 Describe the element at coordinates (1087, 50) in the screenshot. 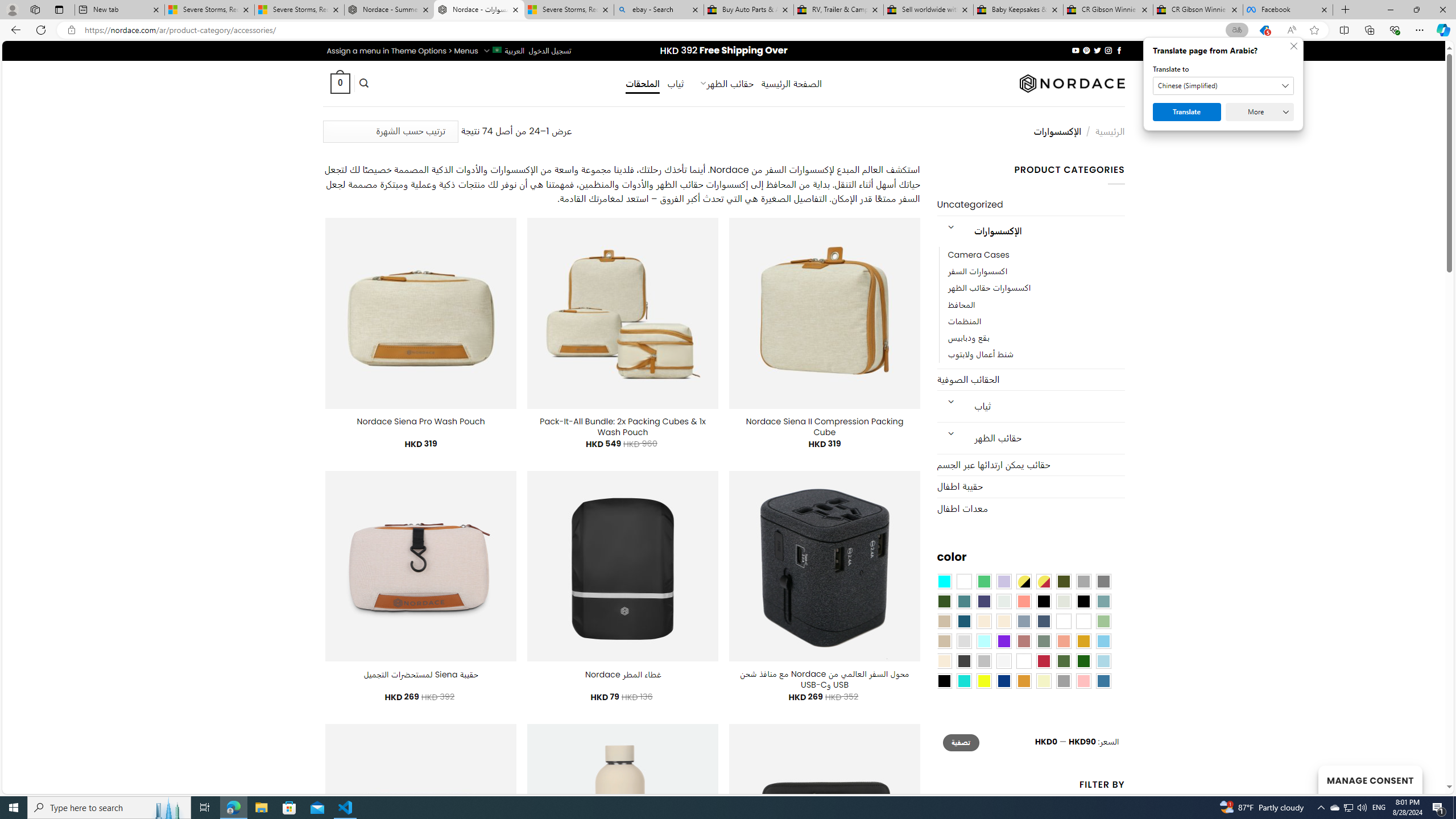

I see `'Follow on Pinterest'` at that location.